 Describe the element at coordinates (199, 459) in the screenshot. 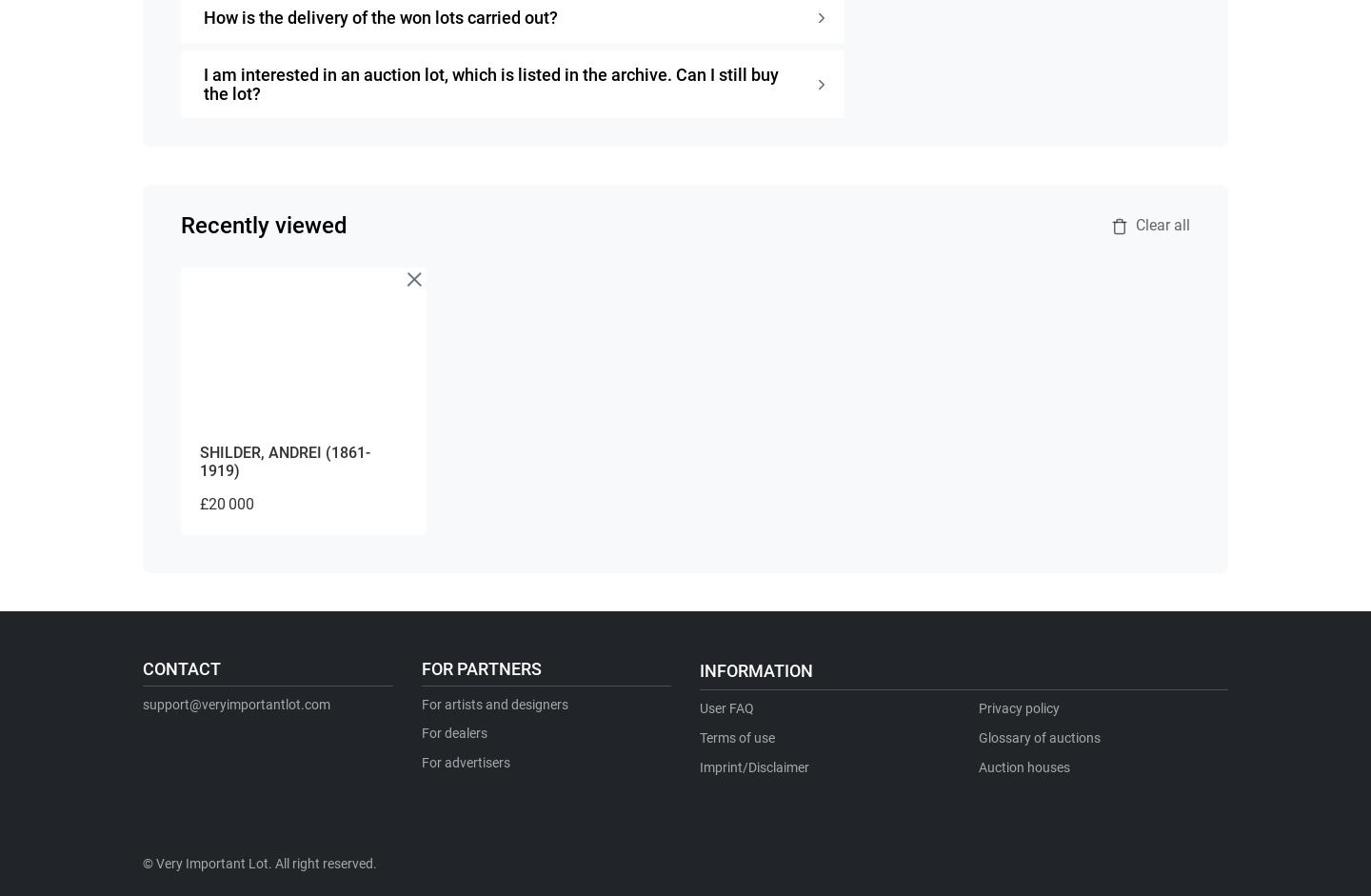

I see `'SHILDER, ANDREI (1861-1919)'` at that location.